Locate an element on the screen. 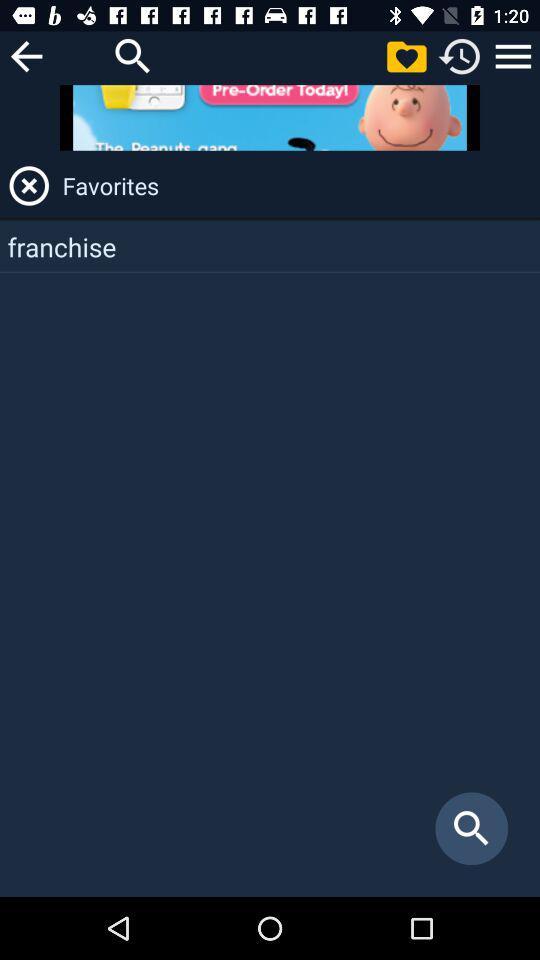  show history is located at coordinates (460, 55).